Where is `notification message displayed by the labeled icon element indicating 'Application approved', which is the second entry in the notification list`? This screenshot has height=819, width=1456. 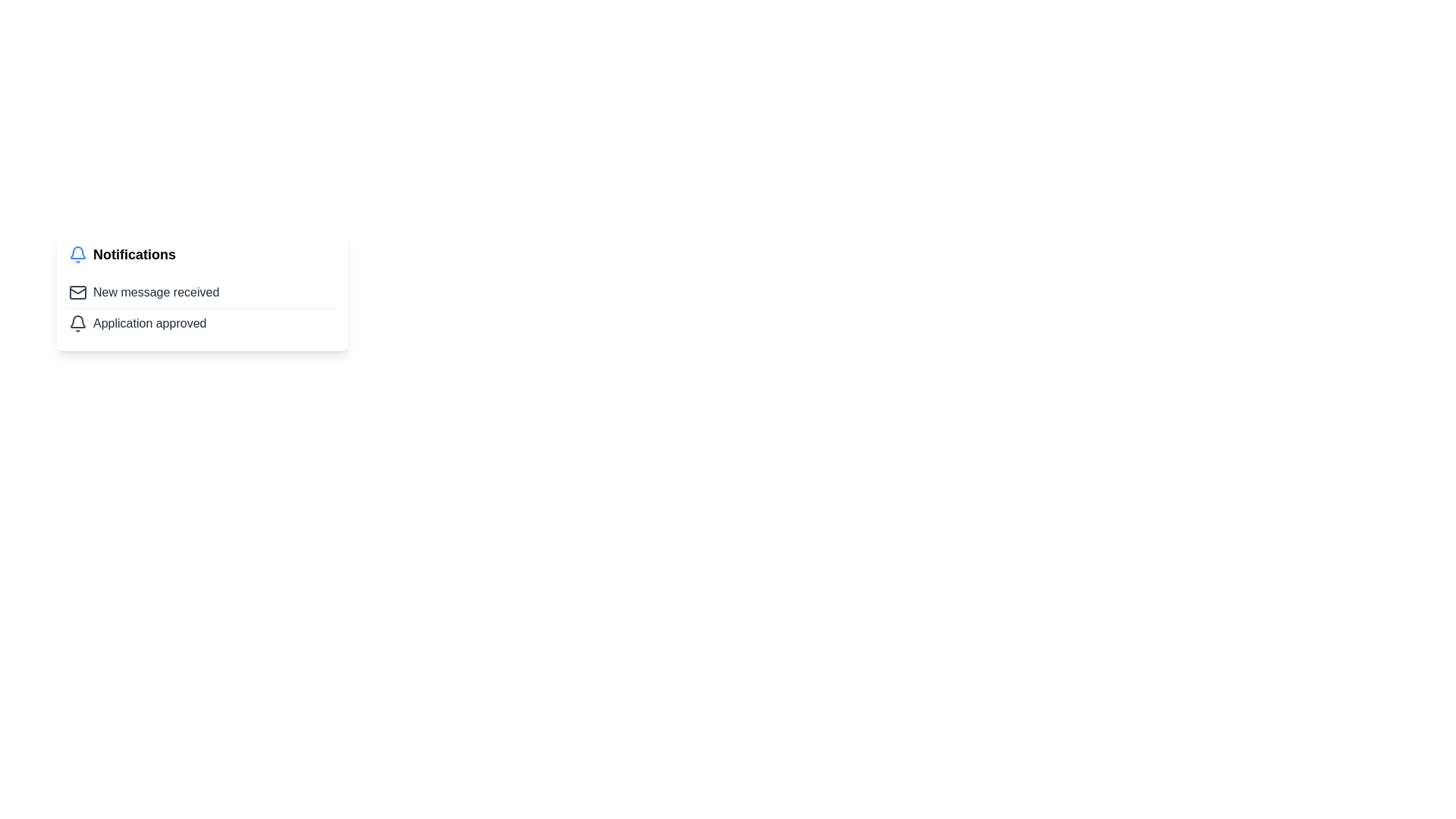
notification message displayed by the labeled icon element indicating 'Application approved', which is the second entry in the notification list is located at coordinates (202, 323).